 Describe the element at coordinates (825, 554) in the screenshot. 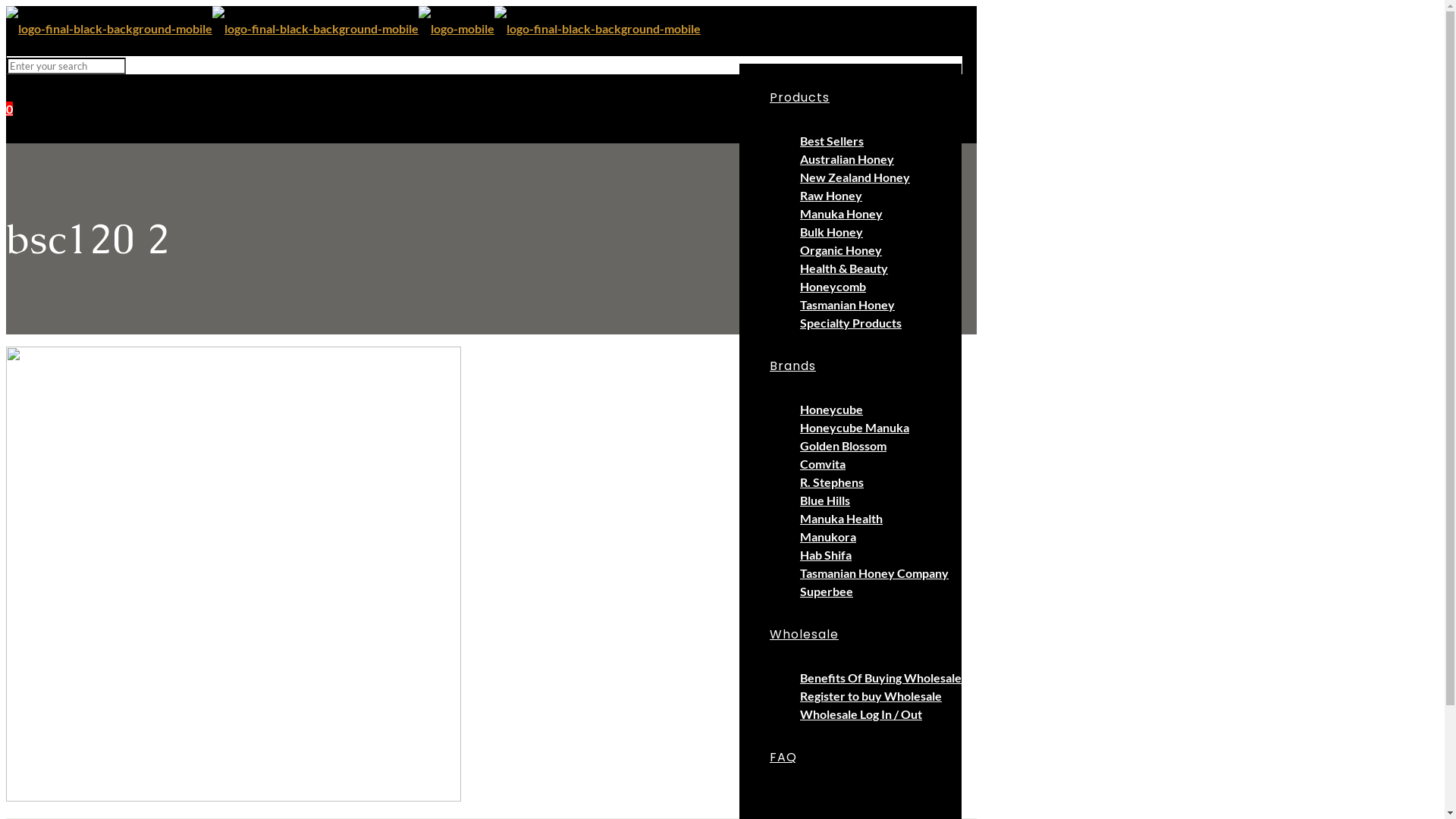

I see `'Hab Shifa'` at that location.